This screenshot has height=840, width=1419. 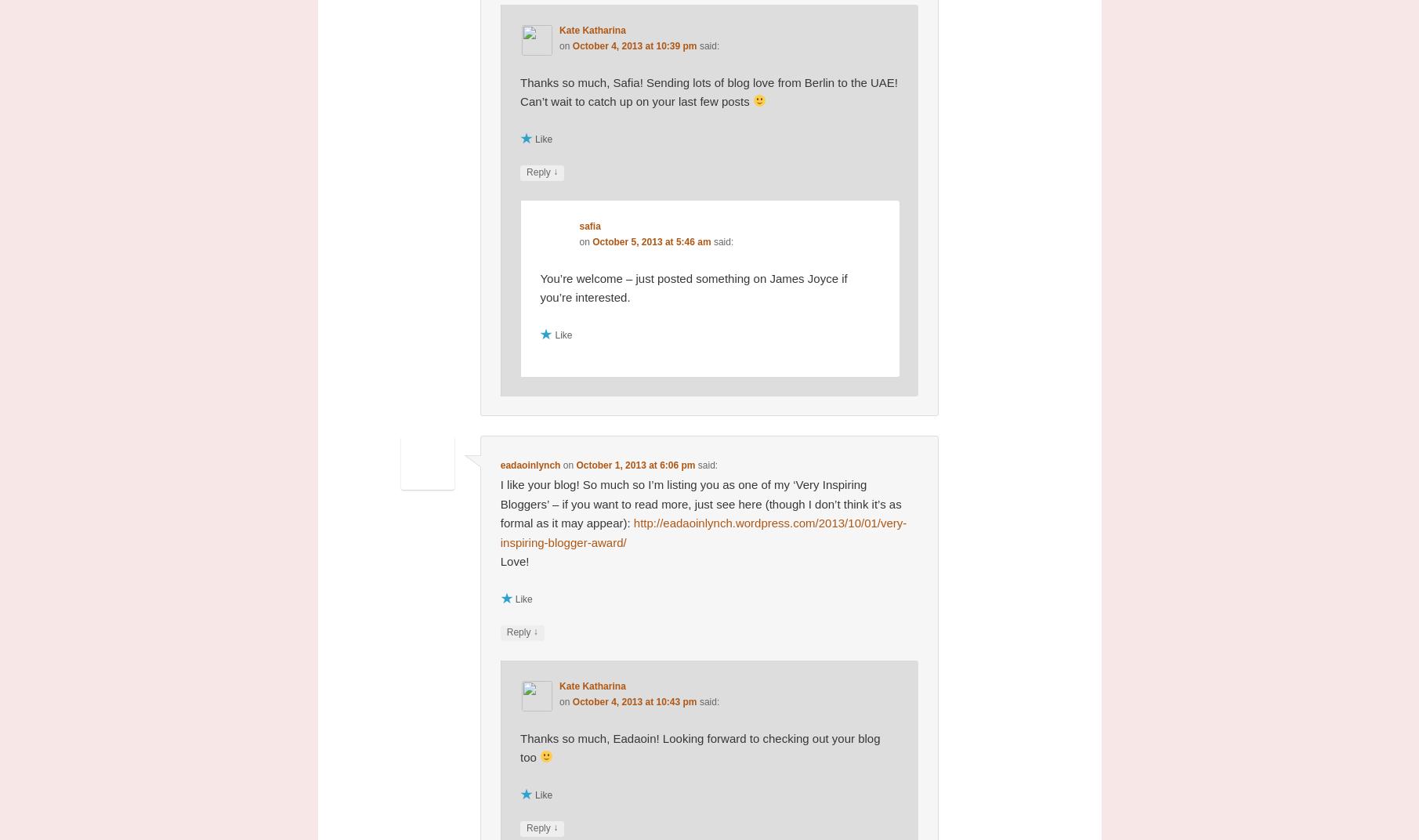 What do you see at coordinates (588, 226) in the screenshot?
I see `'safia'` at bounding box center [588, 226].